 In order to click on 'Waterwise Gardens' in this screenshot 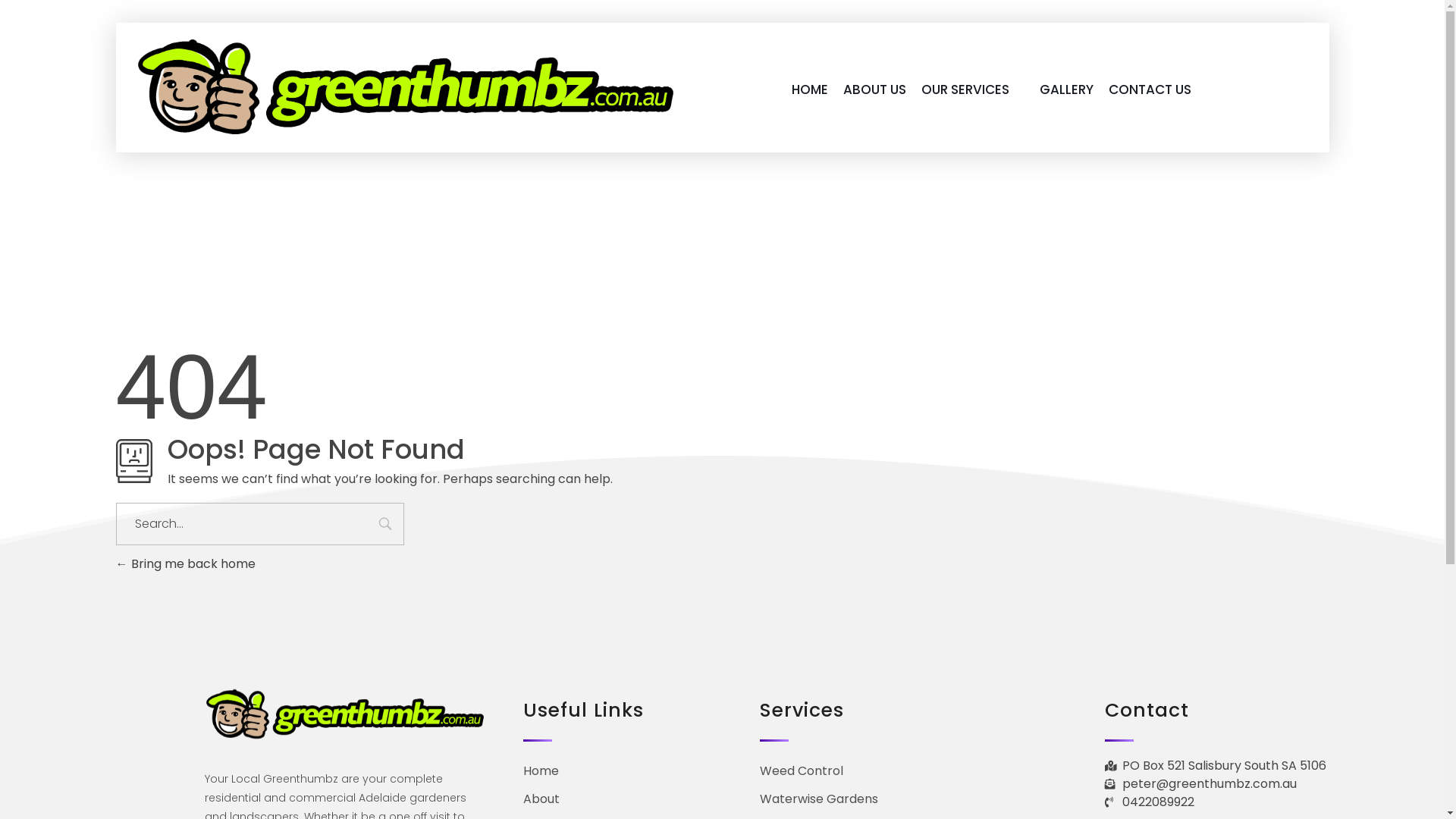, I will do `click(818, 798)`.